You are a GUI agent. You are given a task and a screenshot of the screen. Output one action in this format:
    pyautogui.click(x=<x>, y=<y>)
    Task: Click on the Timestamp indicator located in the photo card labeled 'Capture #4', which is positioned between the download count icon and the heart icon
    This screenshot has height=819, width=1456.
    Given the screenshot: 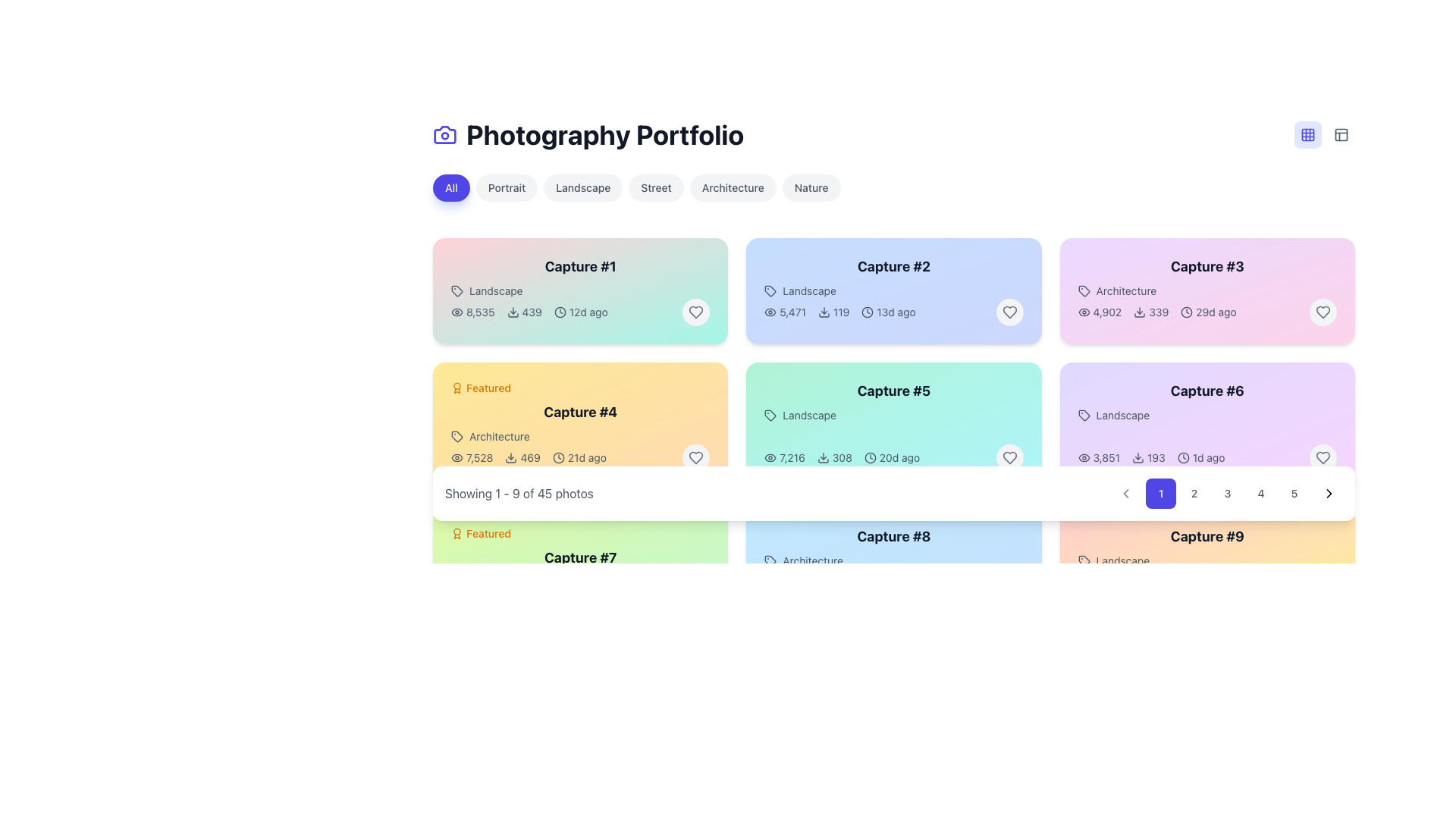 What is the action you would take?
    pyautogui.click(x=579, y=457)
    